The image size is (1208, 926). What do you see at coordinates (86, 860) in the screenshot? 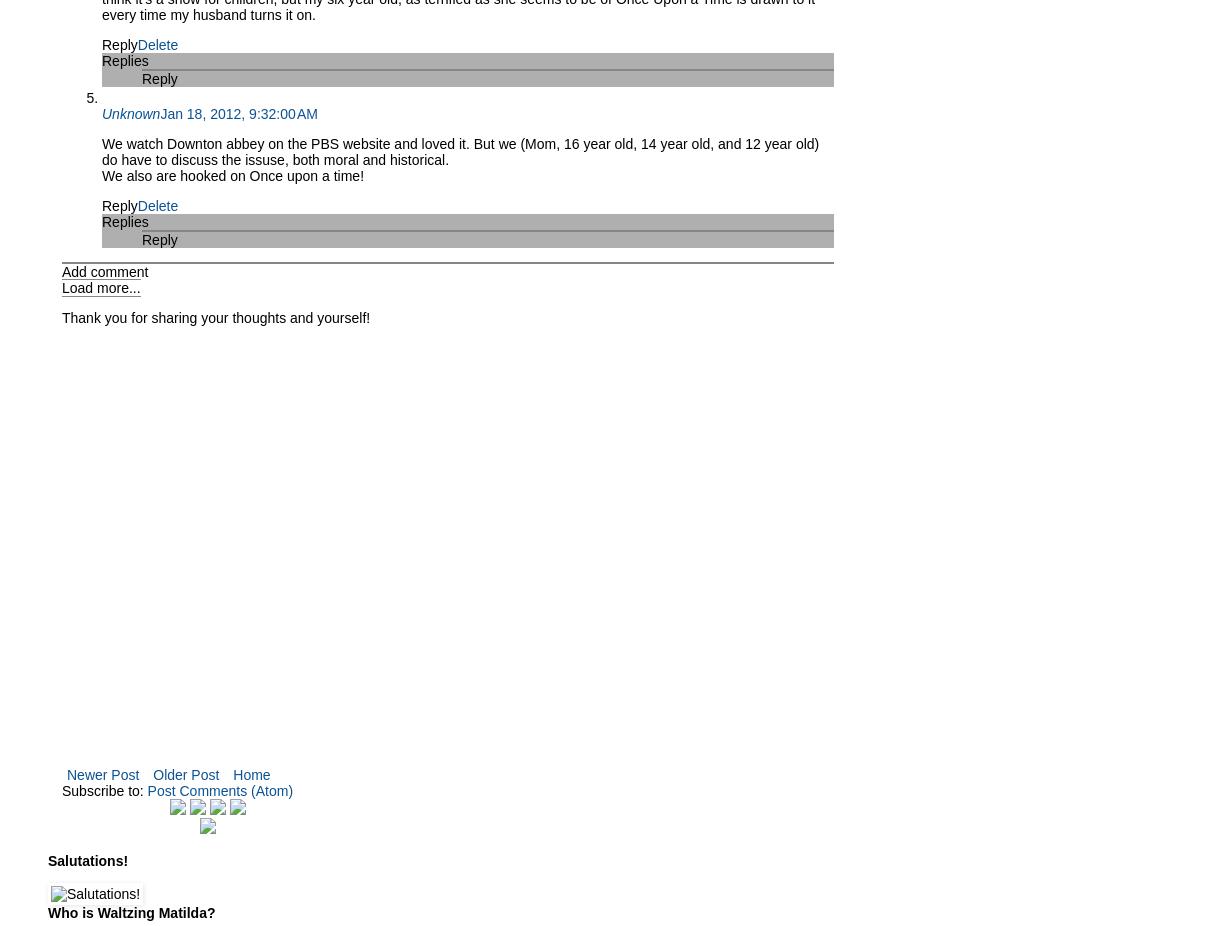
I see `'Salutations!'` at bounding box center [86, 860].